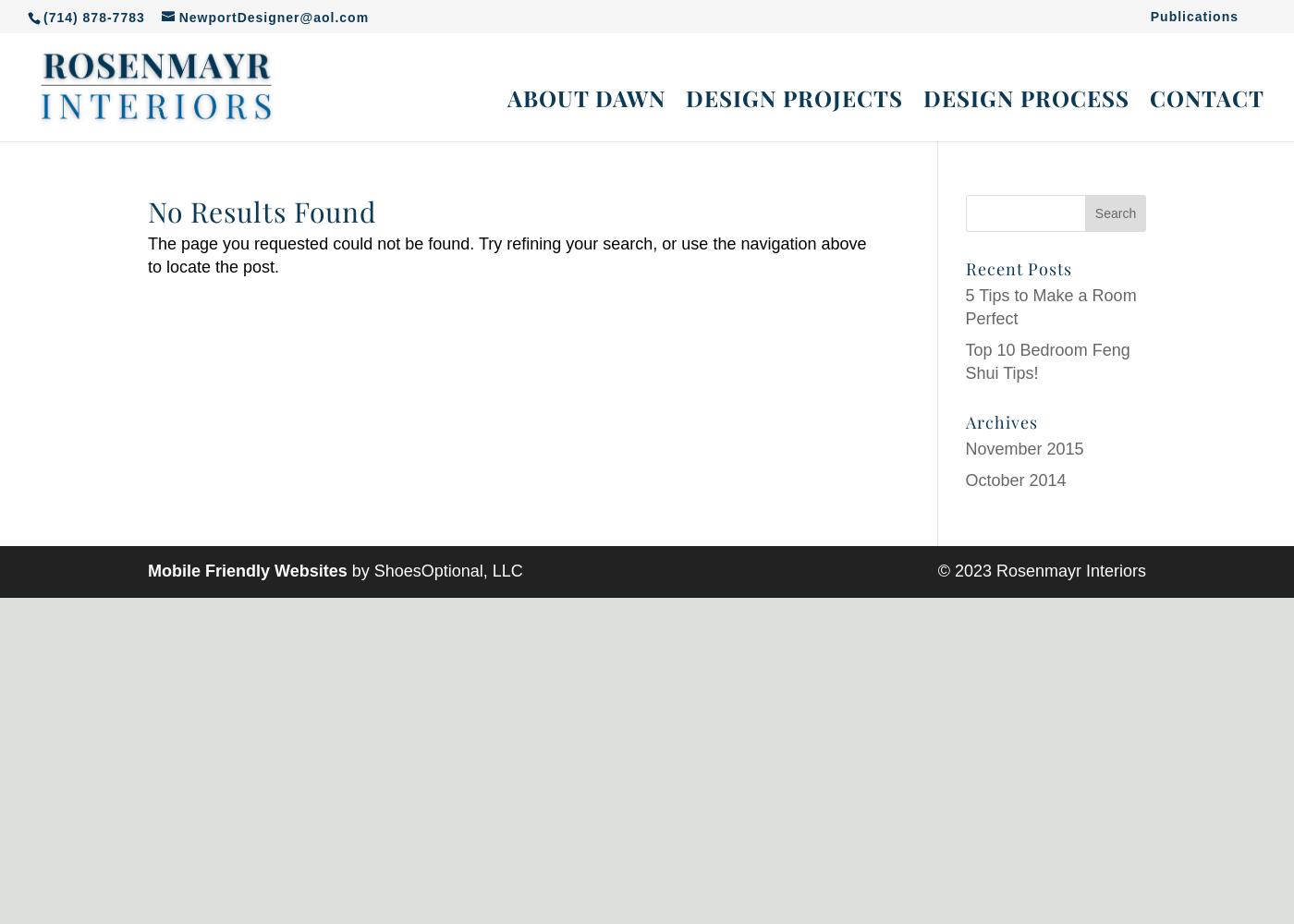  Describe the element at coordinates (148, 570) in the screenshot. I see `'Mobile Friendly Websites'` at that location.